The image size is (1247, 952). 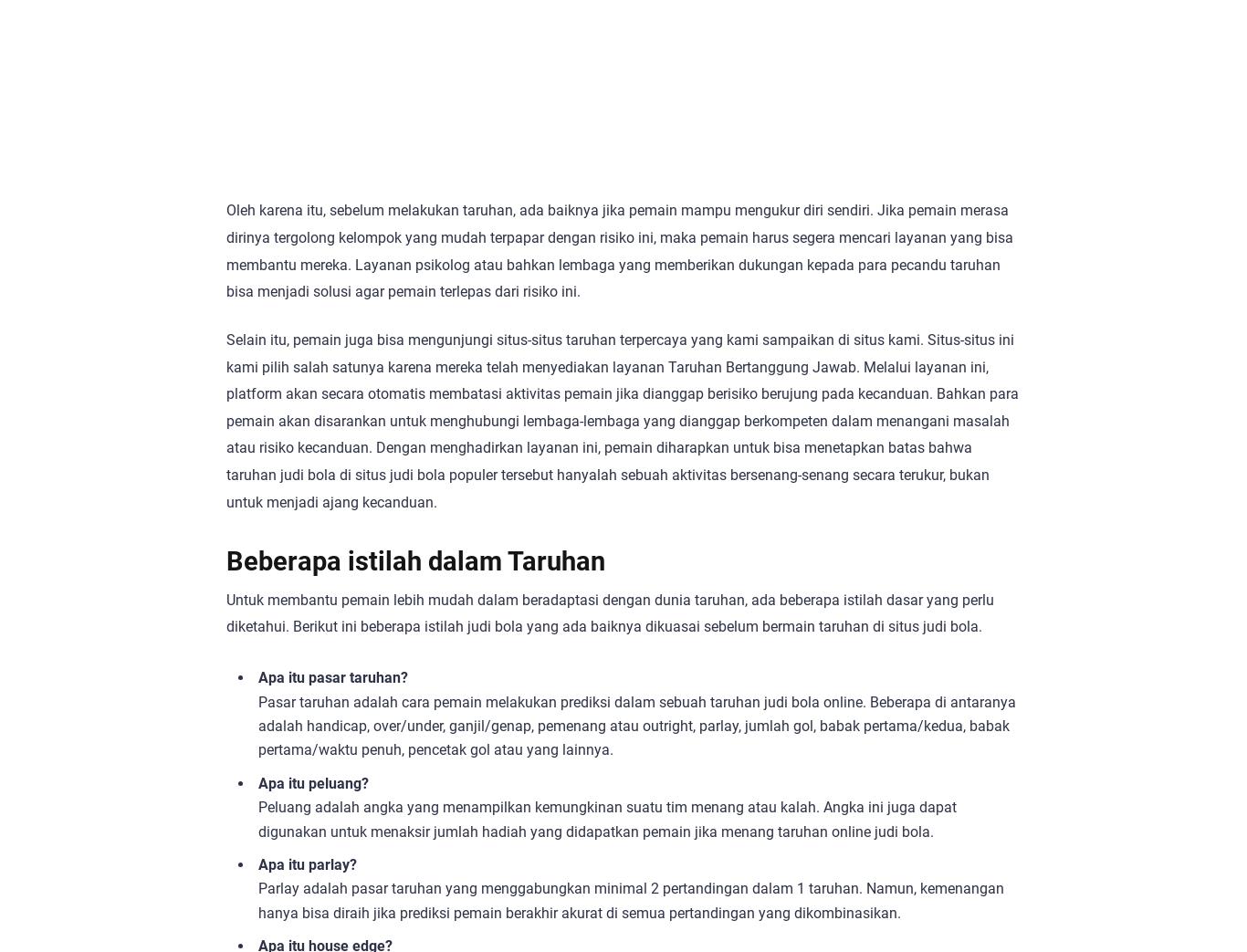 What do you see at coordinates (258, 818) in the screenshot?
I see `'Peluang adalah angka yang menampilkan kemungkinan suatu tim menang atau kalah. Angka ini juga dapat digunakan untuk menaksir jumlah hadiah yang didapatkan pemain jika menang taruhan online judi bola.'` at bounding box center [258, 818].